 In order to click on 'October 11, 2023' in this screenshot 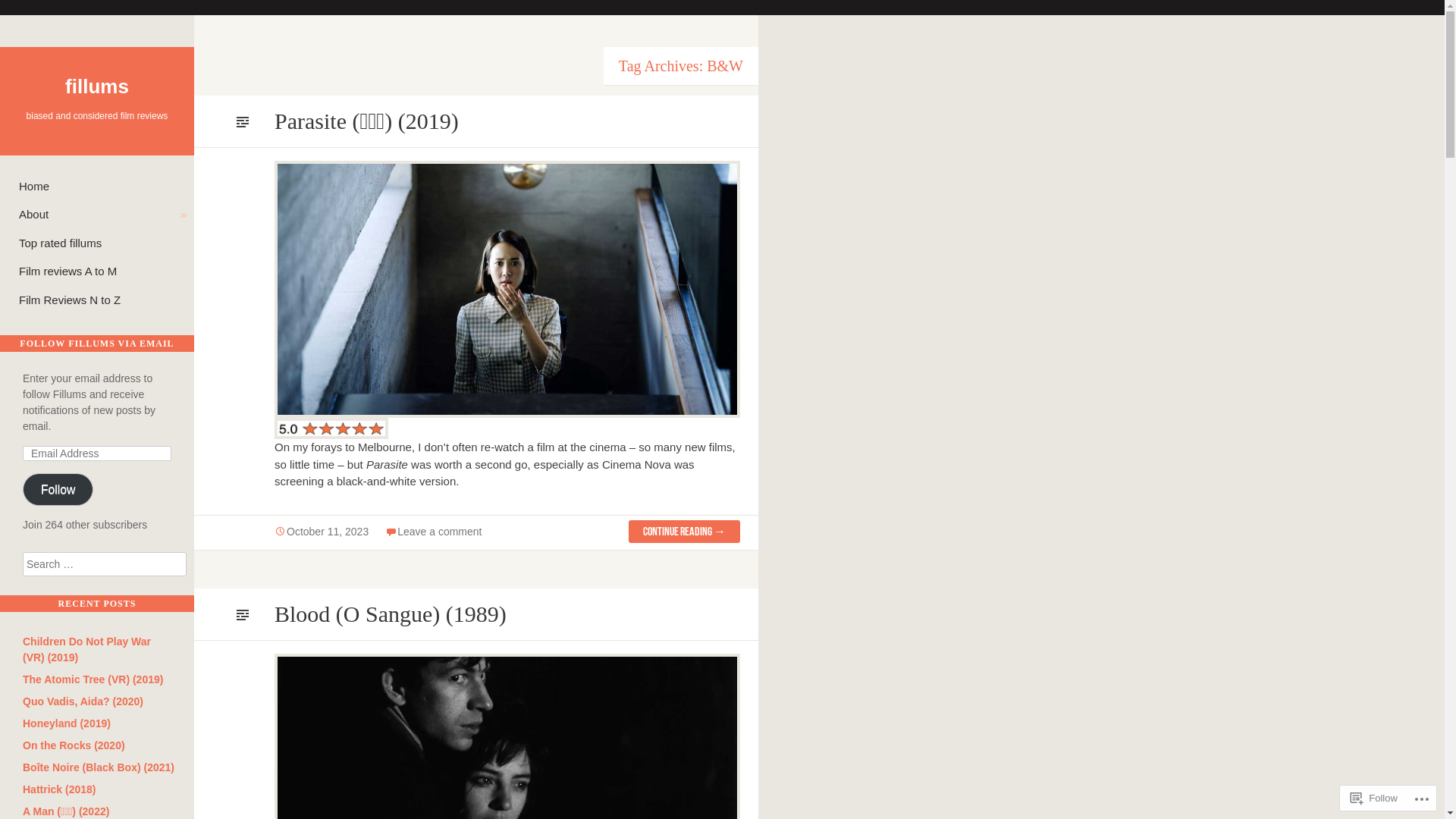, I will do `click(274, 532)`.